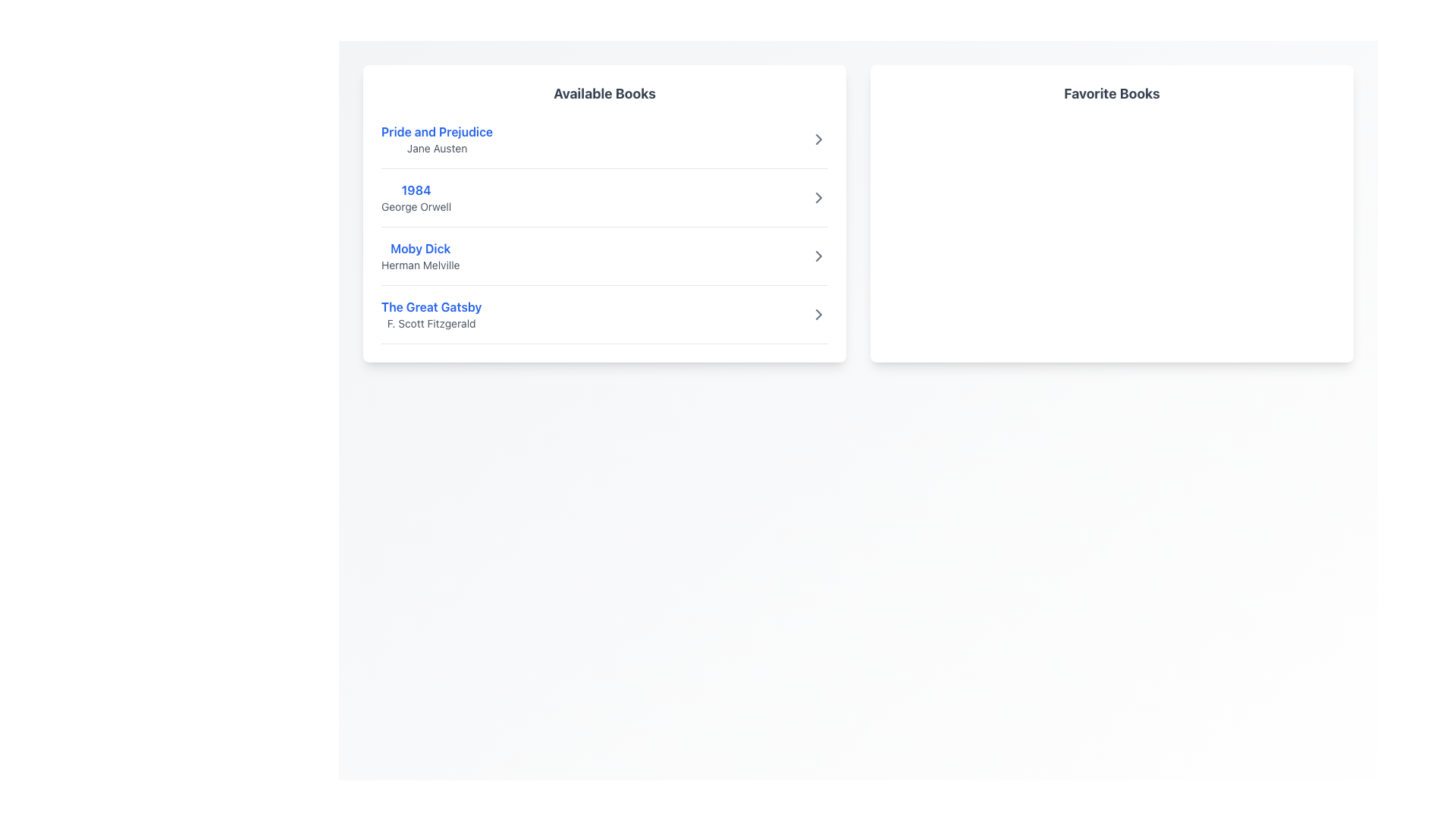 The width and height of the screenshot is (1456, 819). What do you see at coordinates (818, 140) in the screenshot?
I see `the rightward-pointing chevron arrow located on the far right side of the second entry in the 'Available Books' list` at bounding box center [818, 140].